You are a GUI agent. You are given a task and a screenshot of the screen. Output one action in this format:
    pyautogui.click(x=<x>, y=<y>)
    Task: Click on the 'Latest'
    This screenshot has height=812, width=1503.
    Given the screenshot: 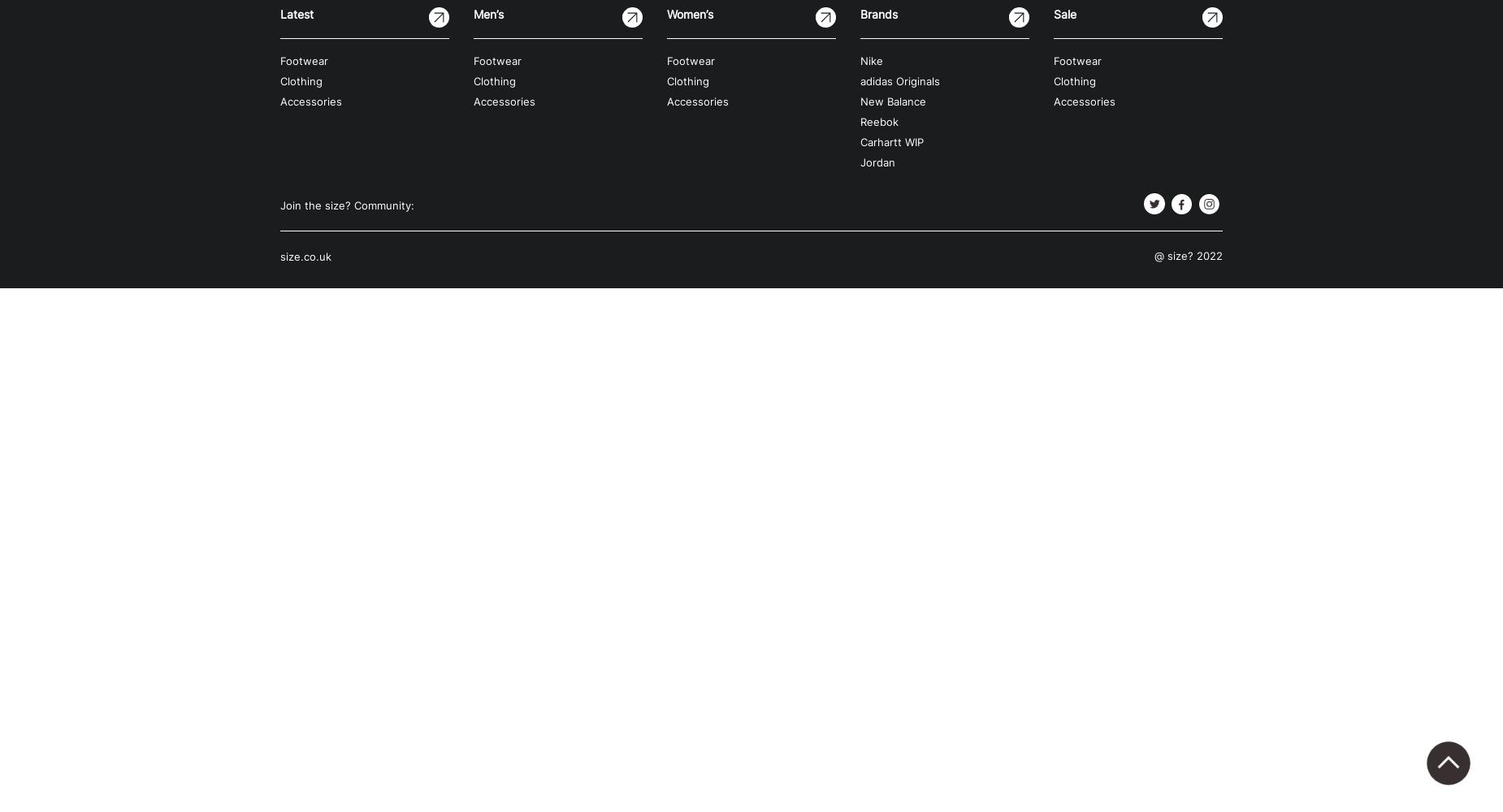 What is the action you would take?
    pyautogui.click(x=279, y=14)
    